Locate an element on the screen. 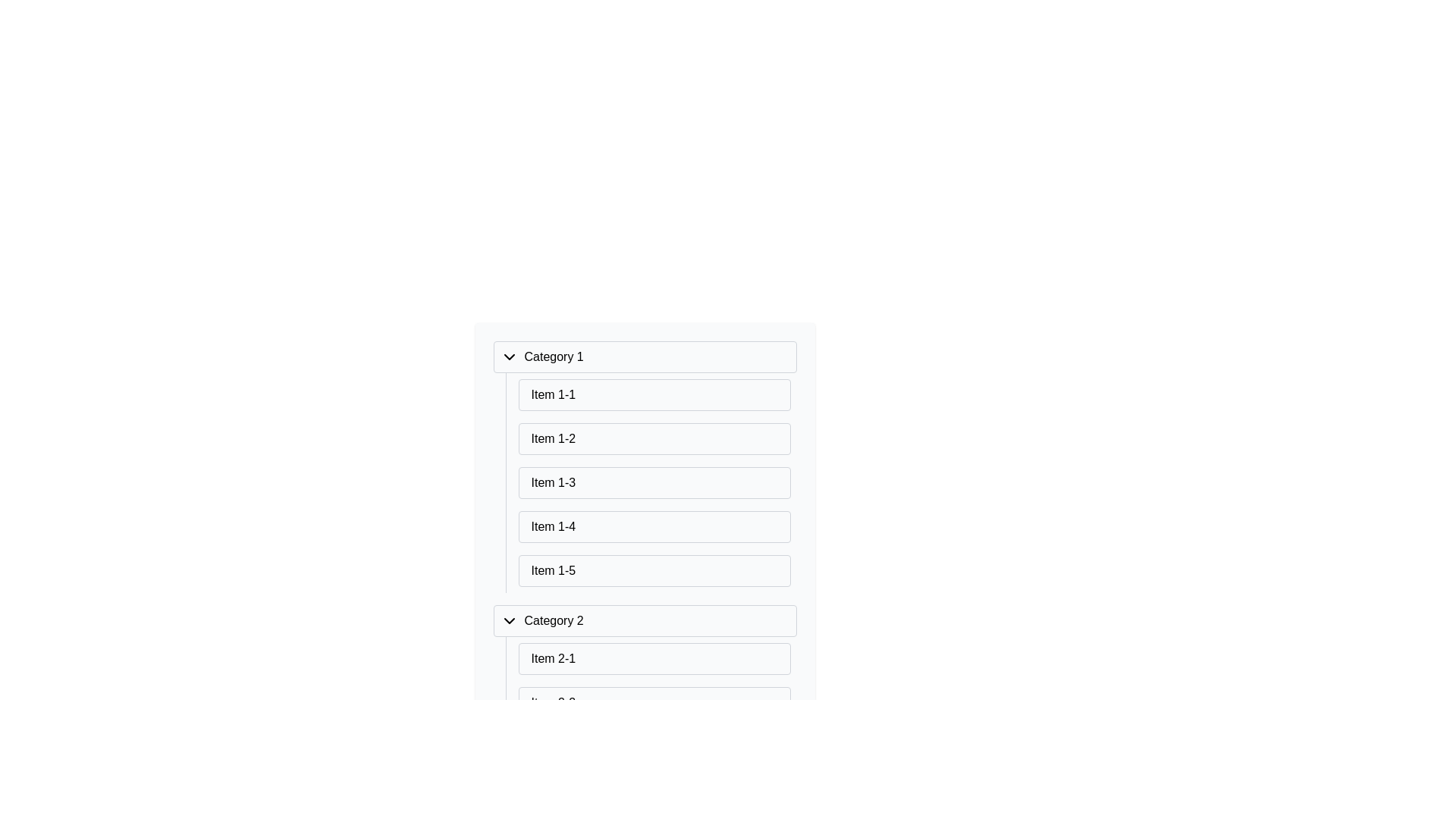 The width and height of the screenshot is (1456, 819). the button-like list item labeled 'Item 2-1' located under the 'Category 2' section is located at coordinates (654, 657).